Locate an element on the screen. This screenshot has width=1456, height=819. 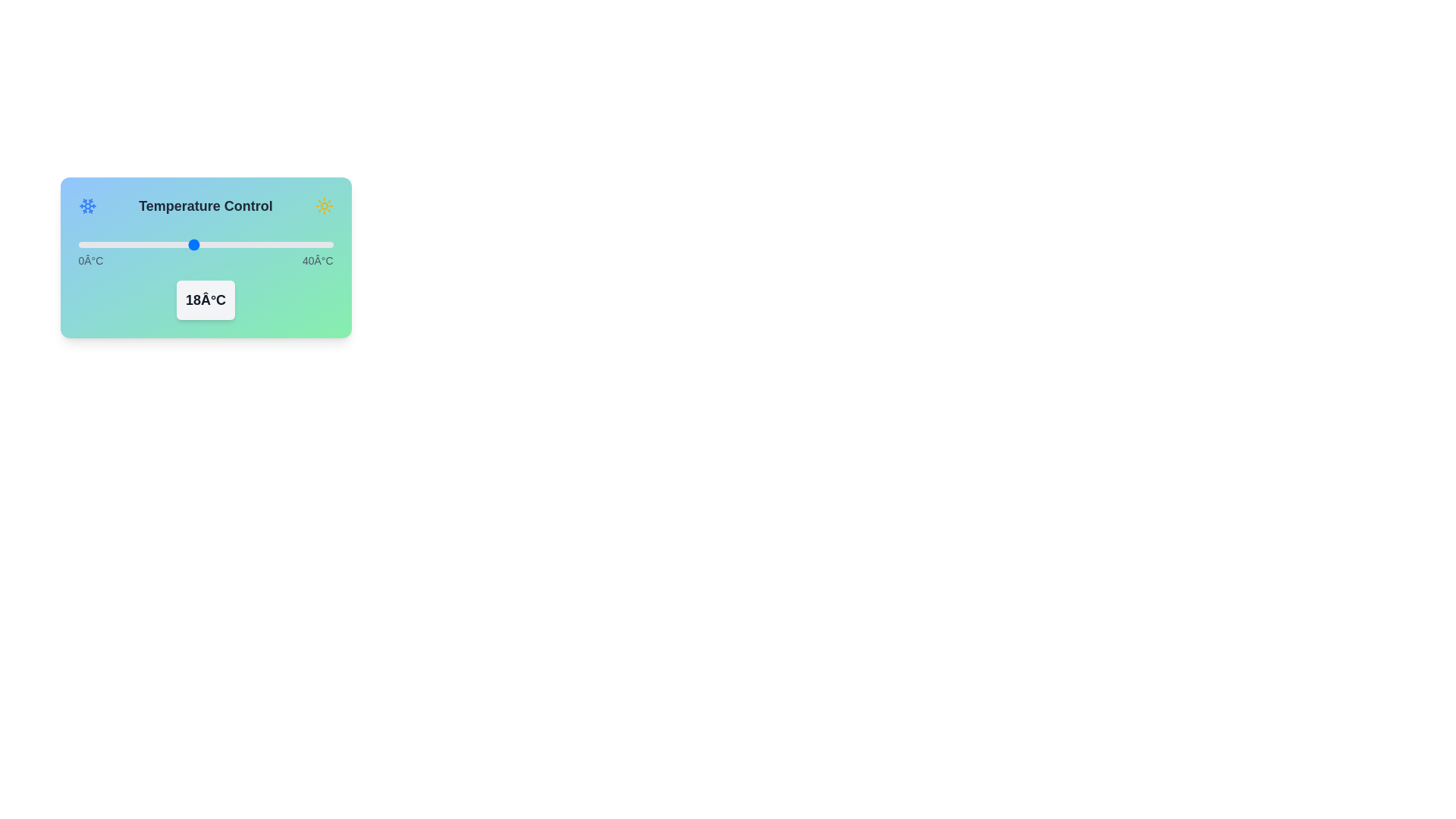
the temperature slider to 23°C to inspect the theme indicator is located at coordinates (224, 244).